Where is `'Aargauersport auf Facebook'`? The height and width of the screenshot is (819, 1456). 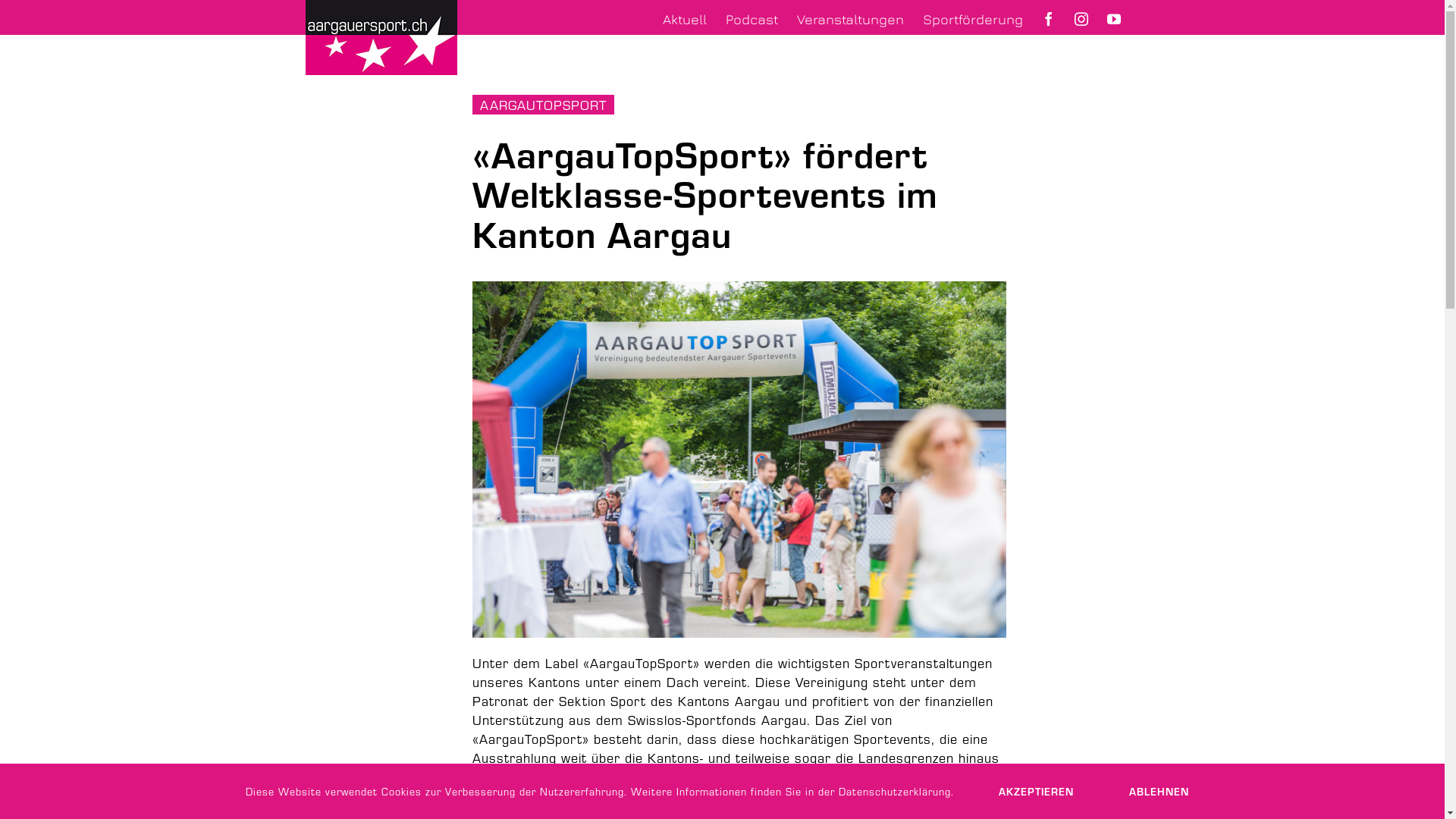
'Aargauersport auf Facebook' is located at coordinates (1040, 20).